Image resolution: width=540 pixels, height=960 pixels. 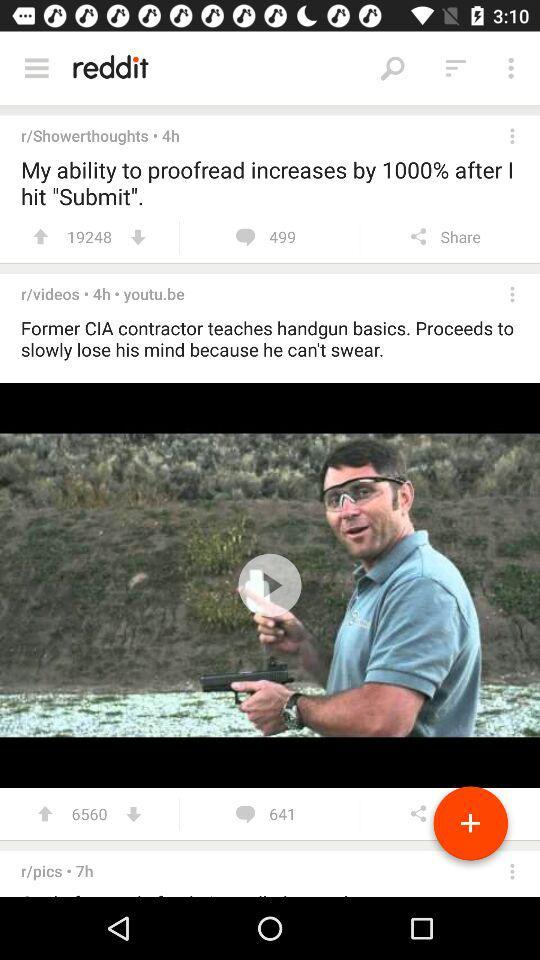 I want to click on the third more button from top, so click(x=512, y=293).